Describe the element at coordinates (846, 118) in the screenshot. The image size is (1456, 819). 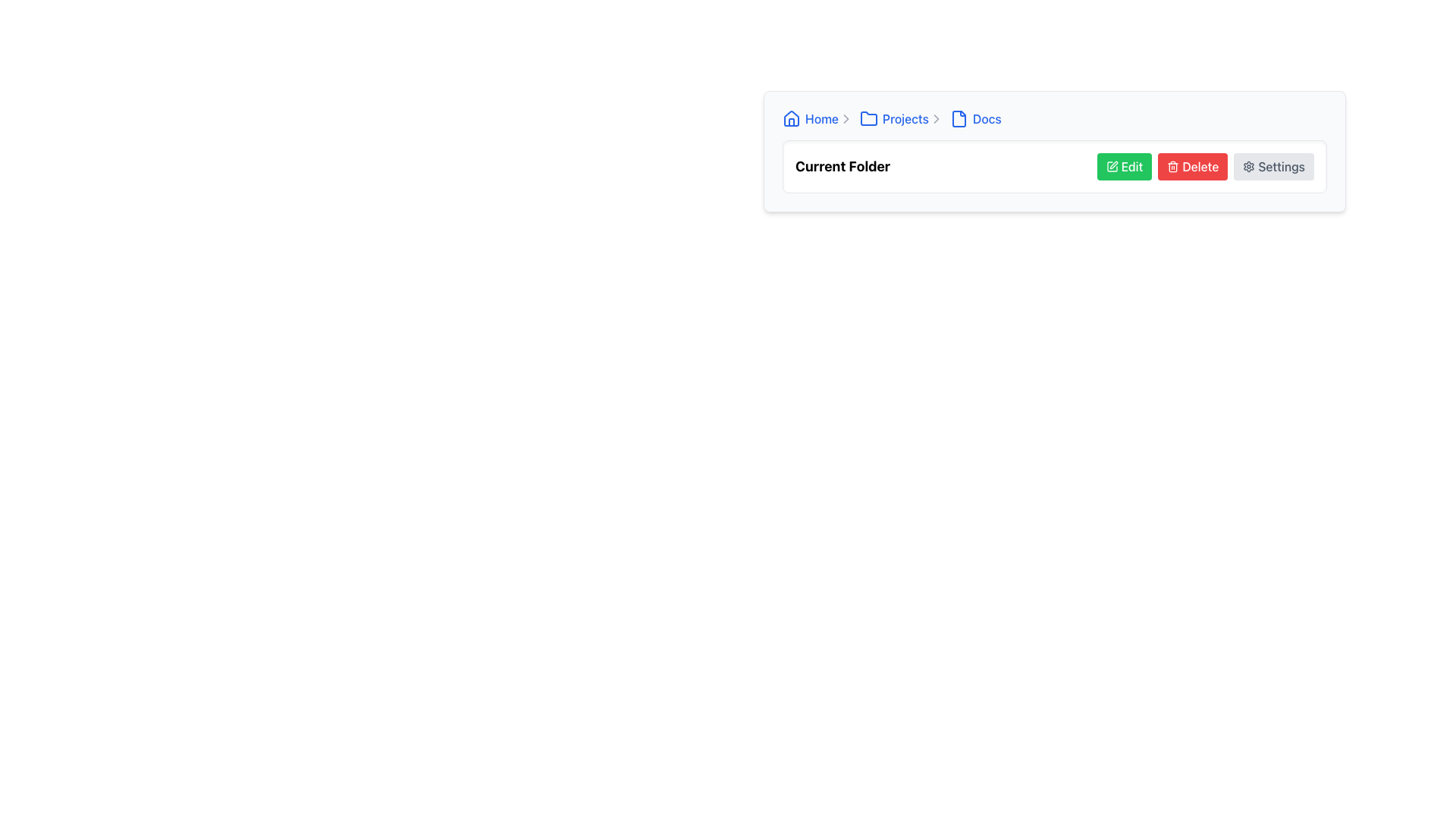
I see `the breadcrumb navigation separator icon located directly to the right of the 'Home' text for navigational context` at that location.